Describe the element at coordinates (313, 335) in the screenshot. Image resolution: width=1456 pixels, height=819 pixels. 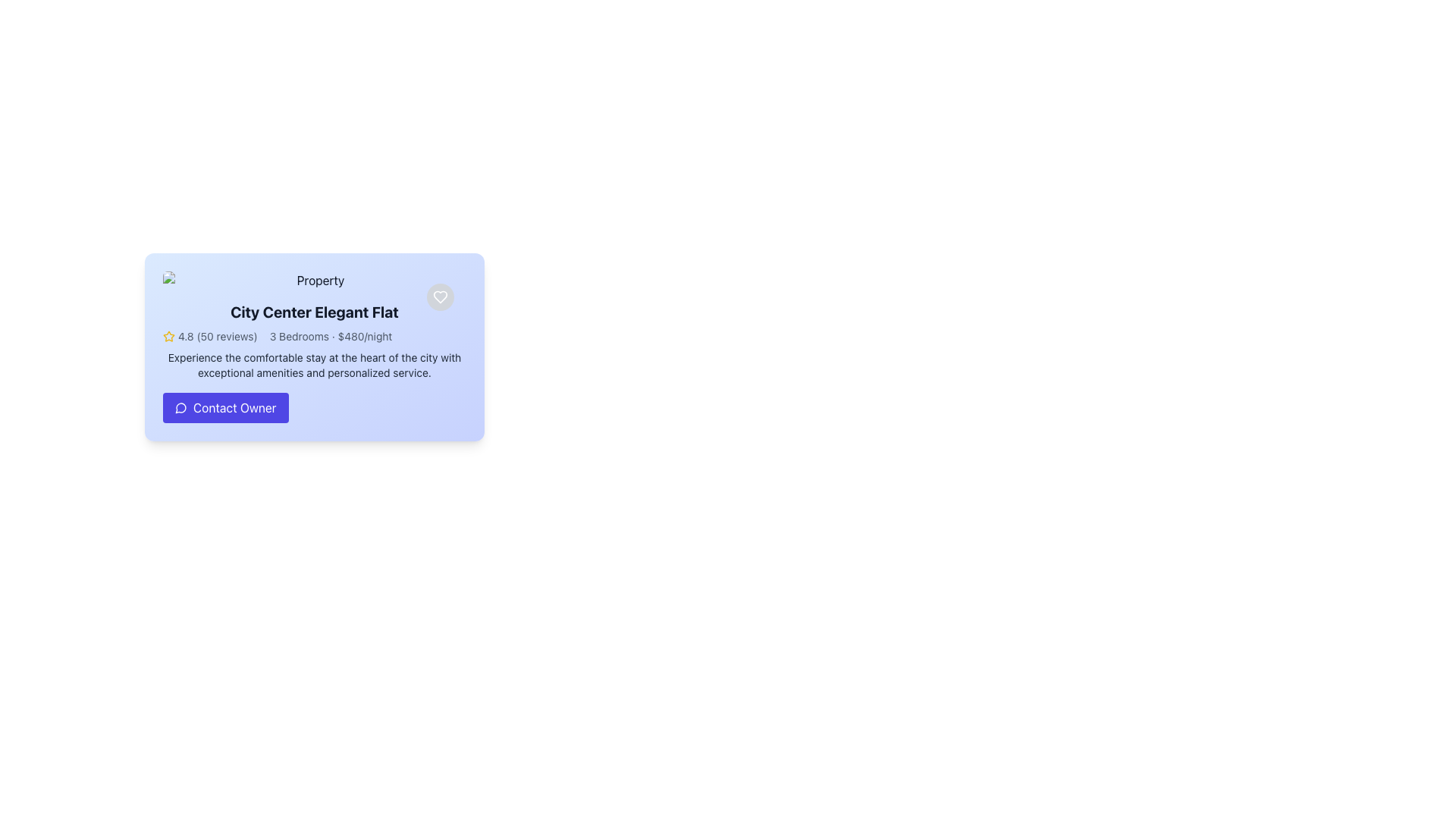
I see `the text element displaying the star rating and the information '4.8 (50 reviews) 3 Bedrooms · $480/night', located below the title 'City Center Elegant Flat' within the light blue card layout` at that location.